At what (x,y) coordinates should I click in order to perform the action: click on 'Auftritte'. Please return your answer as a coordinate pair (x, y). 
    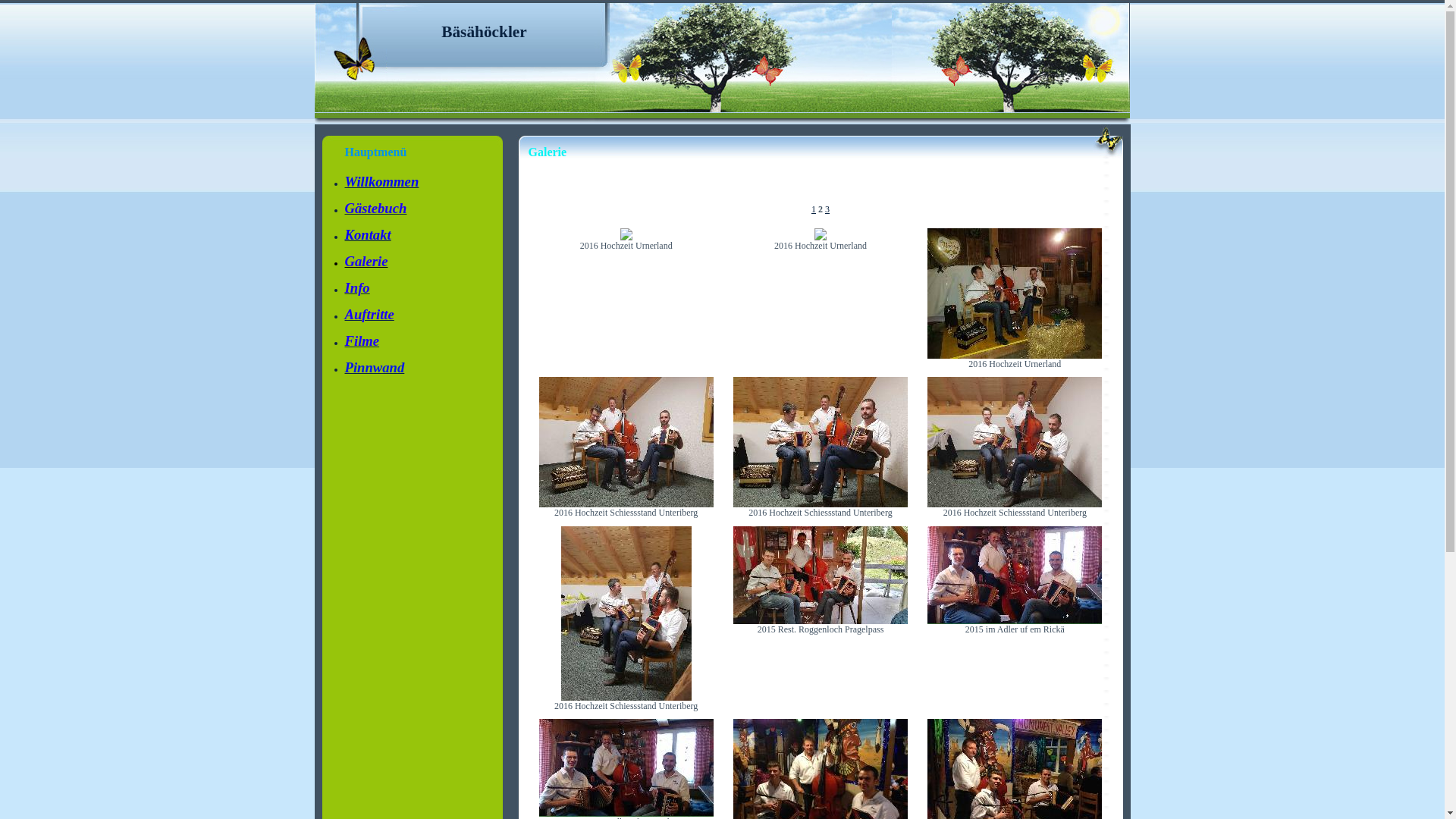
    Looking at the image, I should click on (369, 315).